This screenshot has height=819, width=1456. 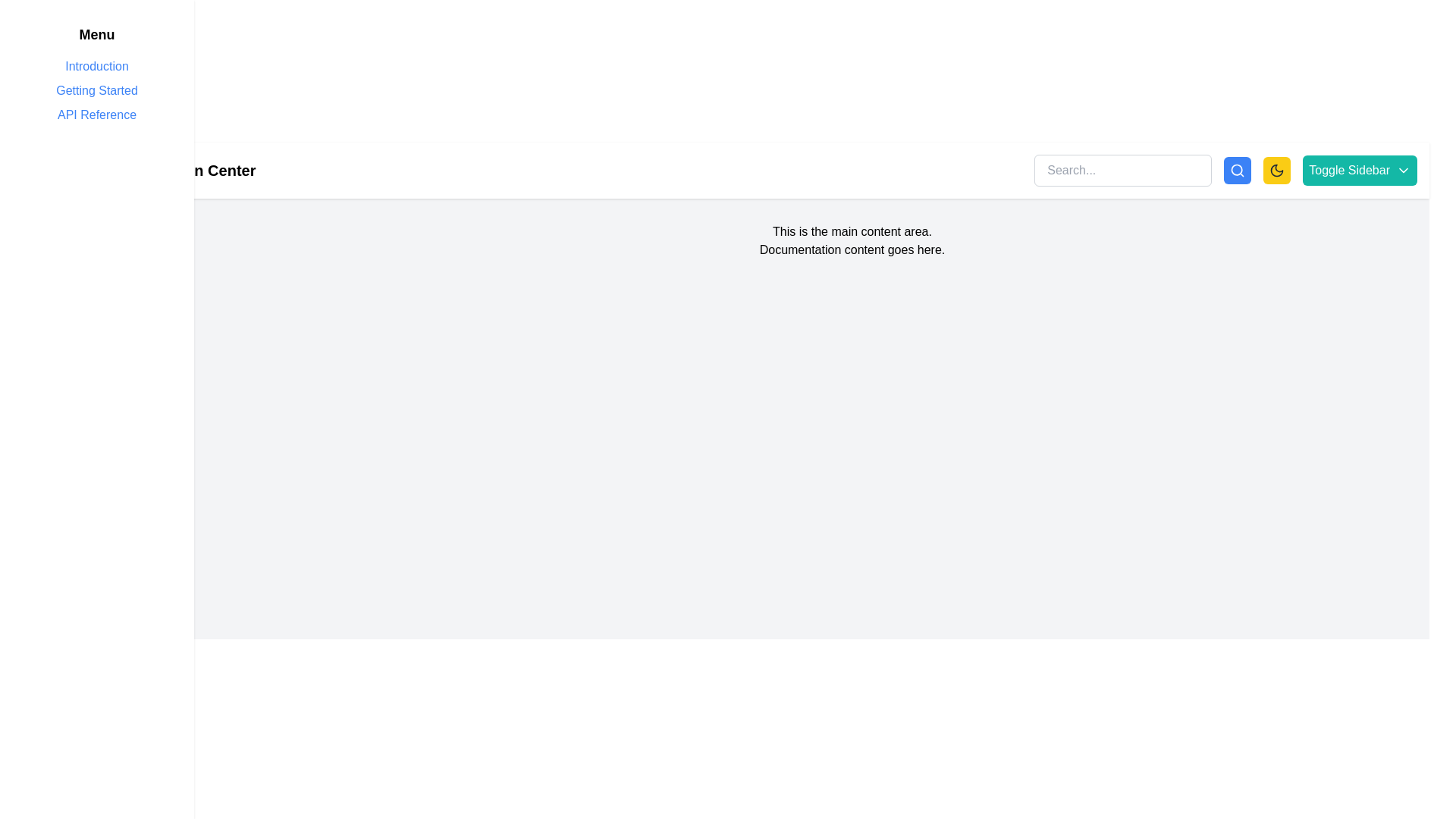 I want to click on the downward-pointing arrow icon located at the rightmost part of the 'Toggle Sidebar' button, so click(x=1403, y=170).